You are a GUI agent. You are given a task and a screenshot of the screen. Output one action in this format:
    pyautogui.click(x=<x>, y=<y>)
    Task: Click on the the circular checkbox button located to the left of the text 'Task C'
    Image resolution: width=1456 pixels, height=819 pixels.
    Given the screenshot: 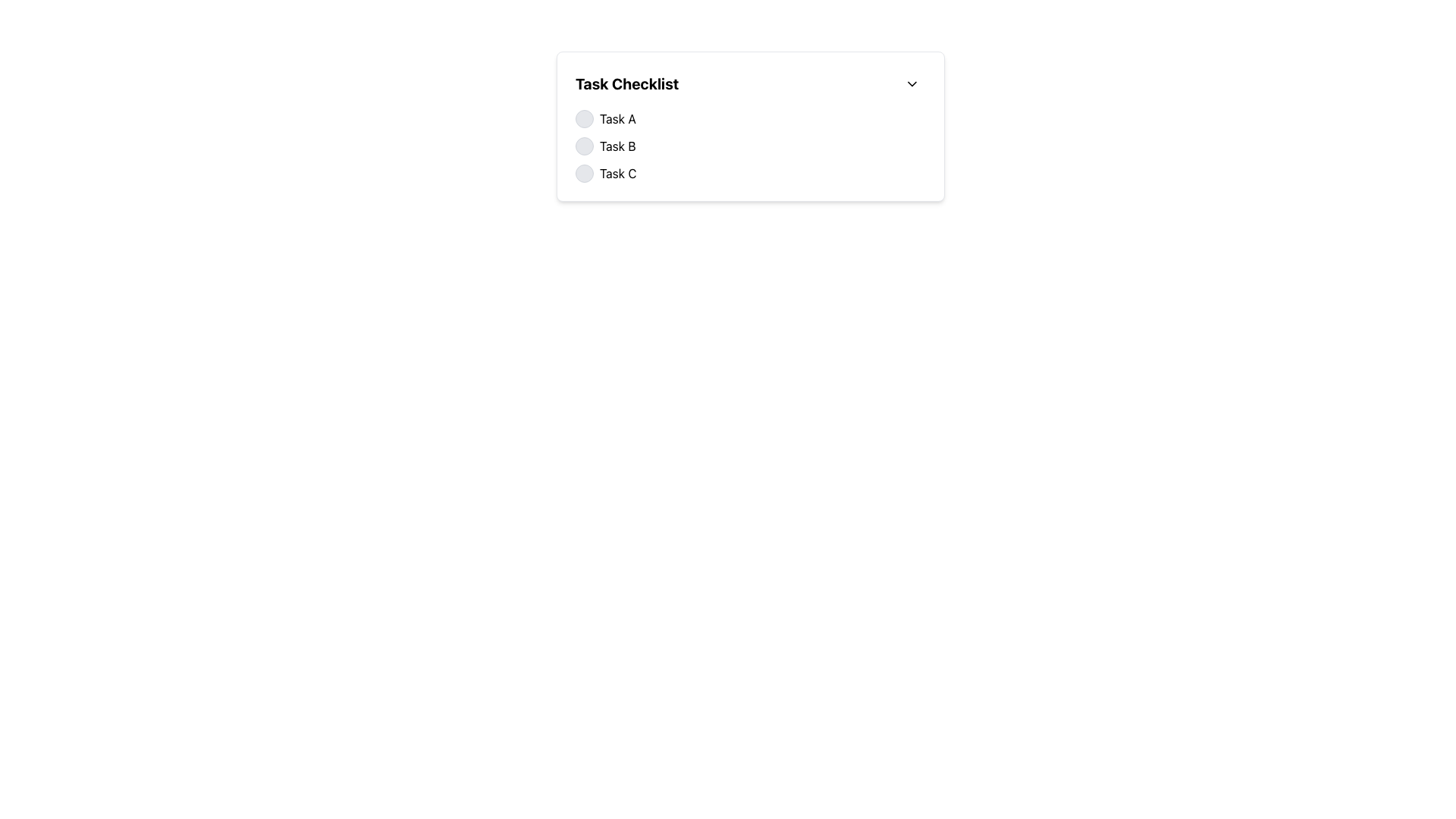 What is the action you would take?
    pyautogui.click(x=584, y=172)
    